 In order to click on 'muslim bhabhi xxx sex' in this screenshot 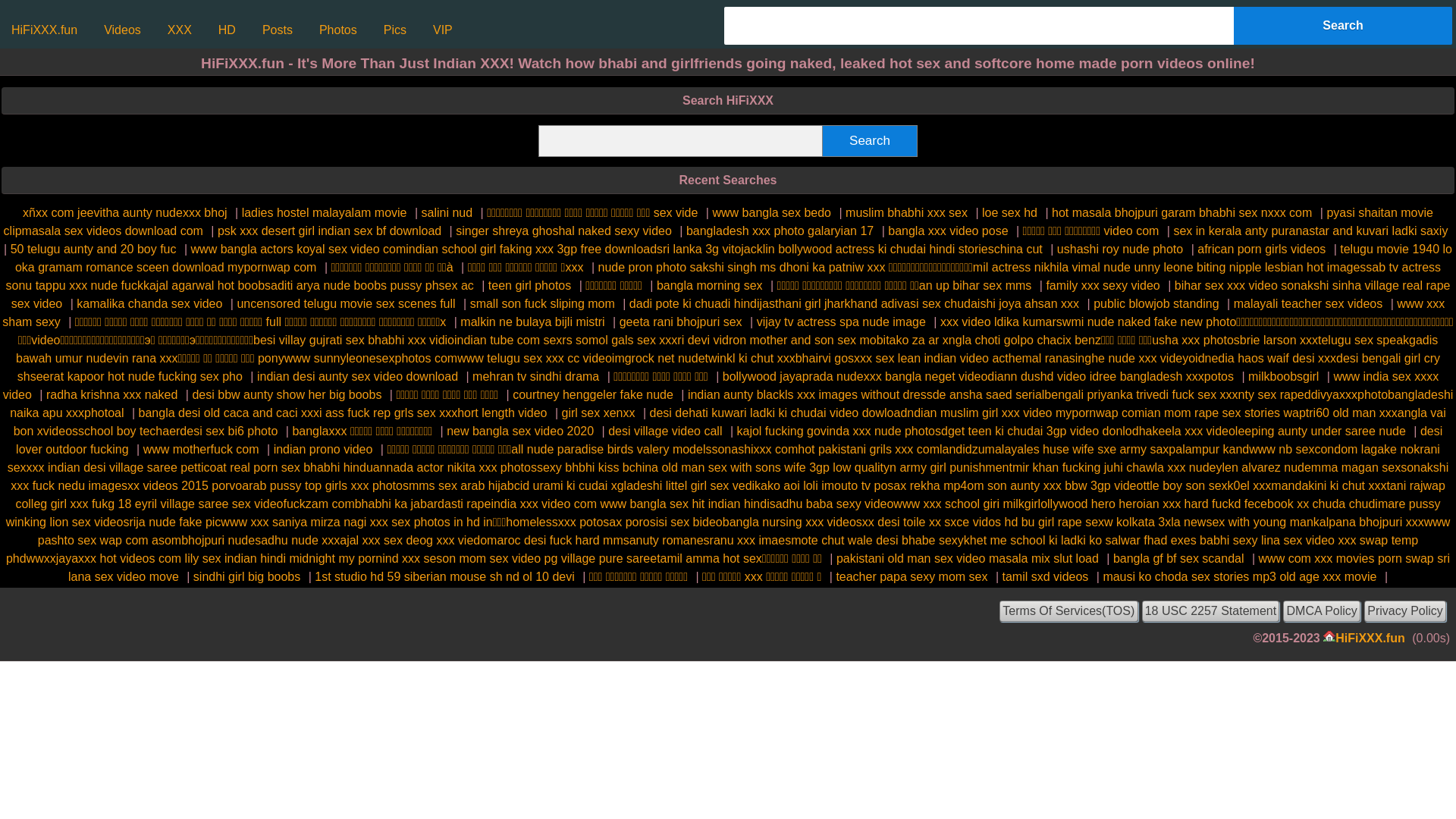, I will do `click(906, 212)`.